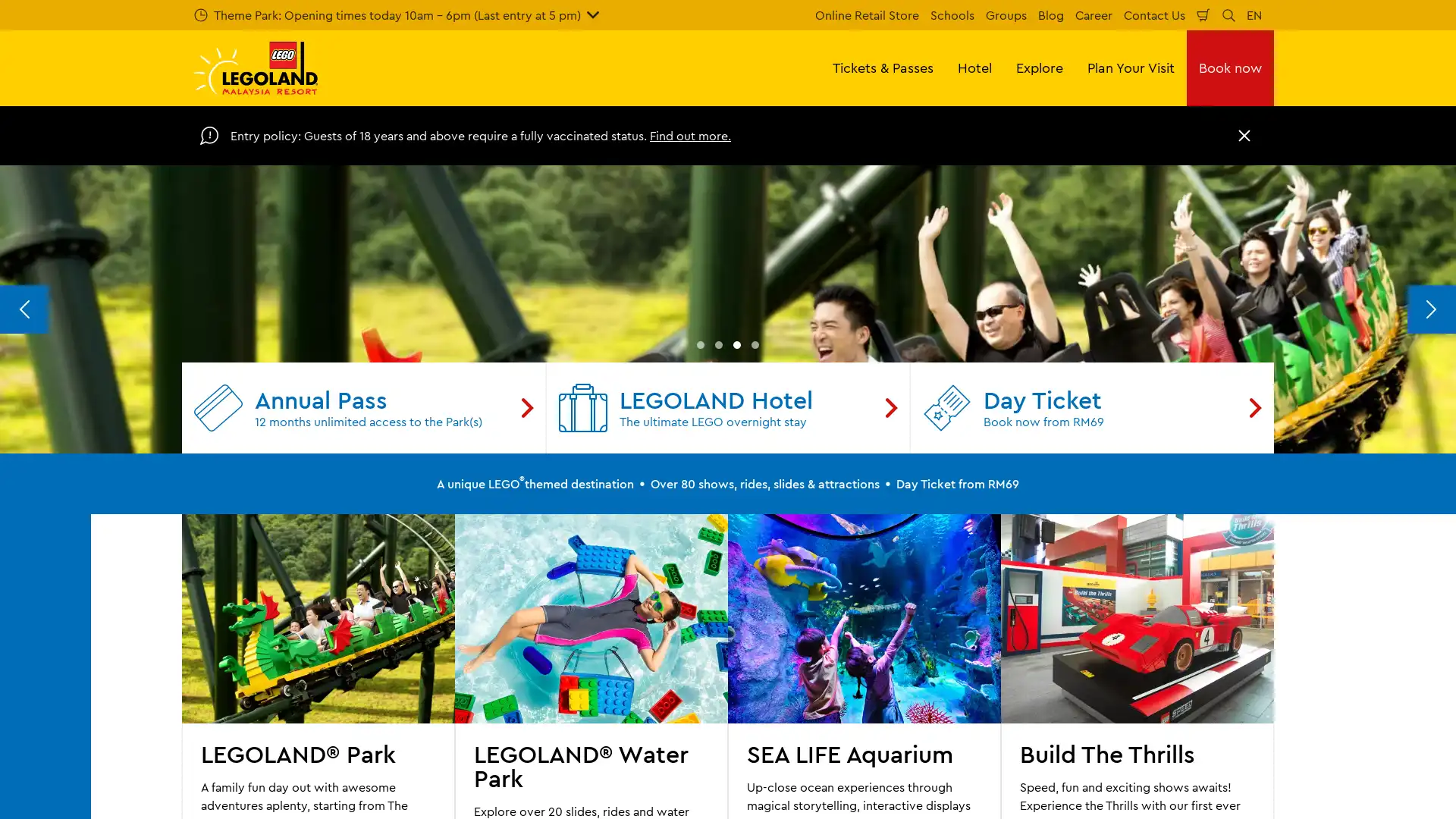  What do you see at coordinates (1203, 14) in the screenshot?
I see `Shopping Cart` at bounding box center [1203, 14].